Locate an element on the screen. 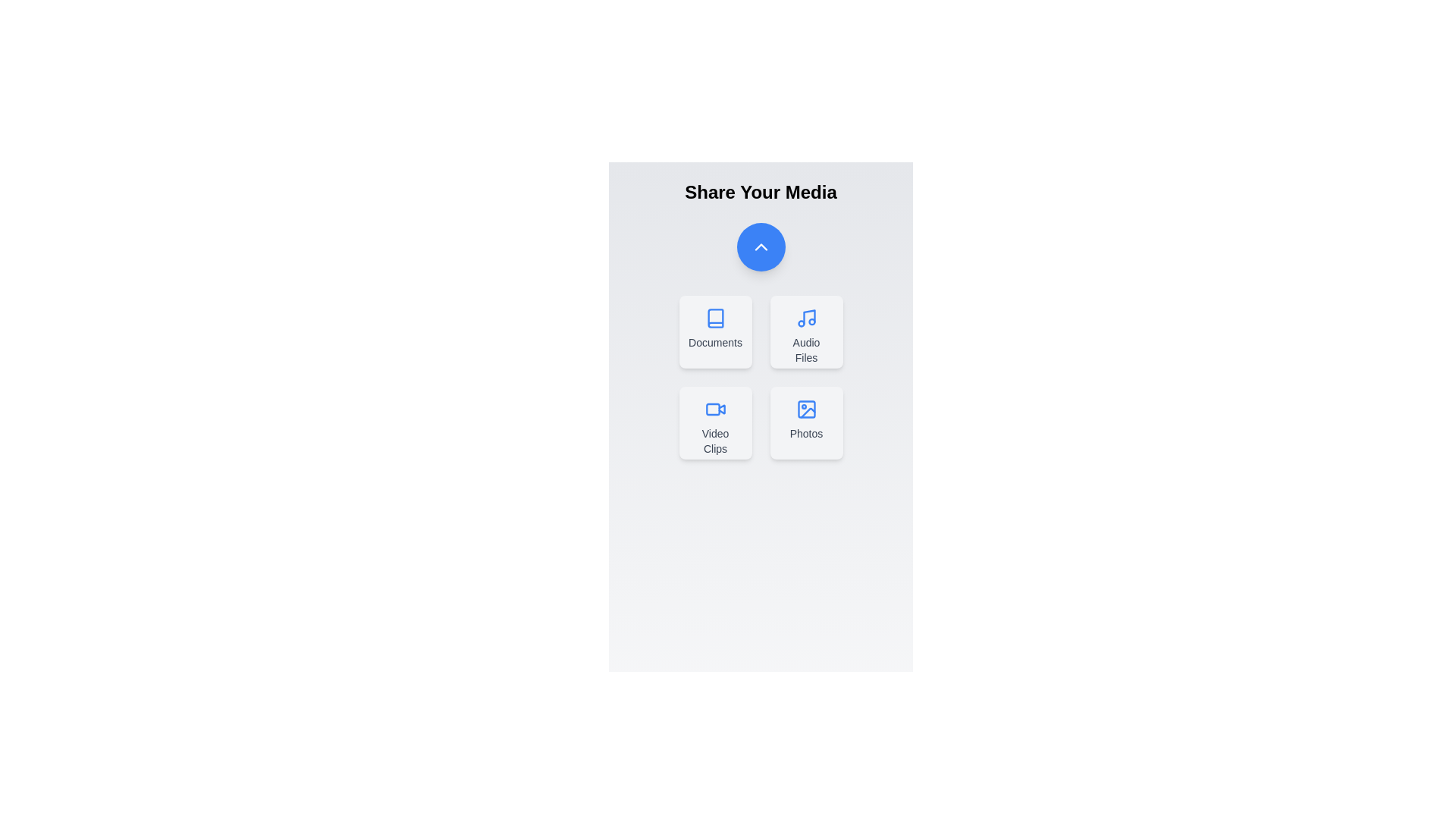 The image size is (1456, 819). the button corresponding to the media type Audio Files is located at coordinates (805, 331).